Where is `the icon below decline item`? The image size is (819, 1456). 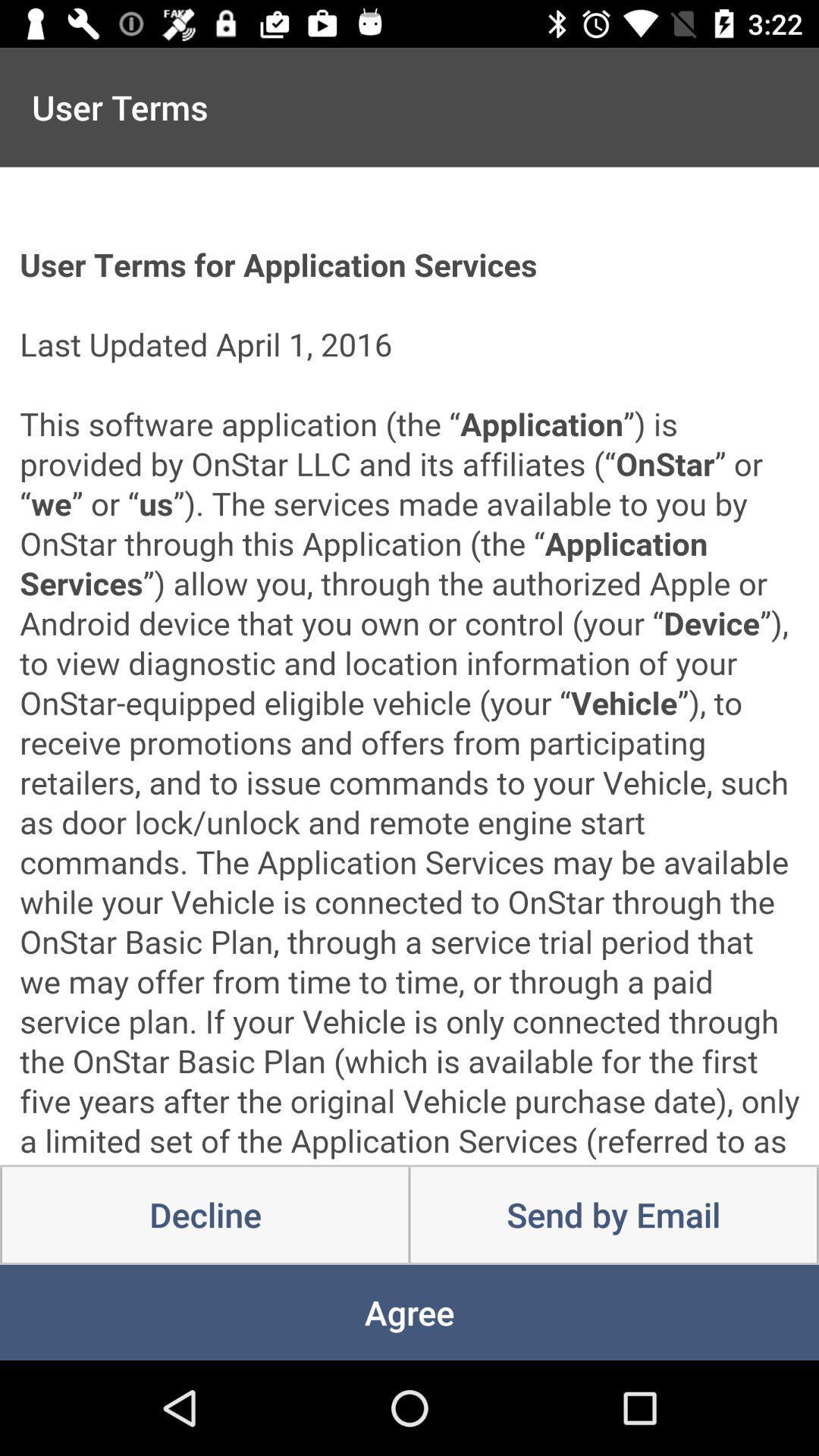
the icon below decline item is located at coordinates (409, 1312).